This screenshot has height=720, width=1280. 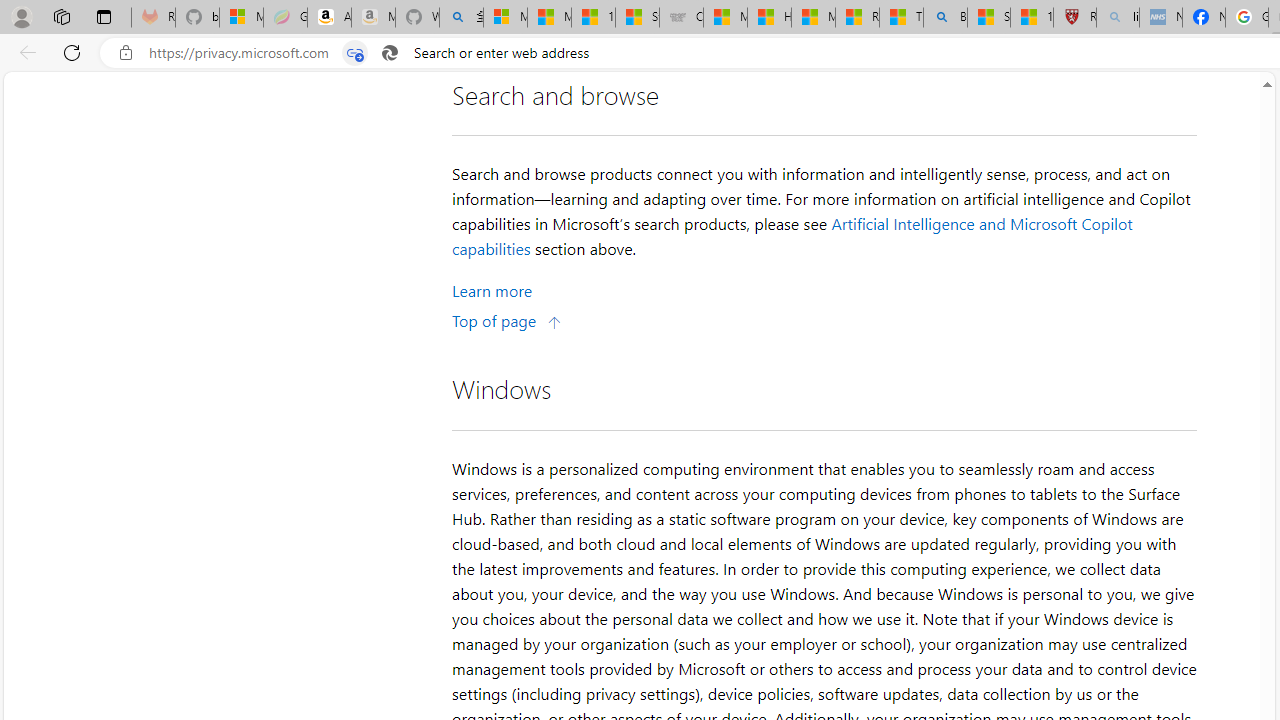 What do you see at coordinates (681, 17) in the screenshot?
I see `'Combat Siege'` at bounding box center [681, 17].